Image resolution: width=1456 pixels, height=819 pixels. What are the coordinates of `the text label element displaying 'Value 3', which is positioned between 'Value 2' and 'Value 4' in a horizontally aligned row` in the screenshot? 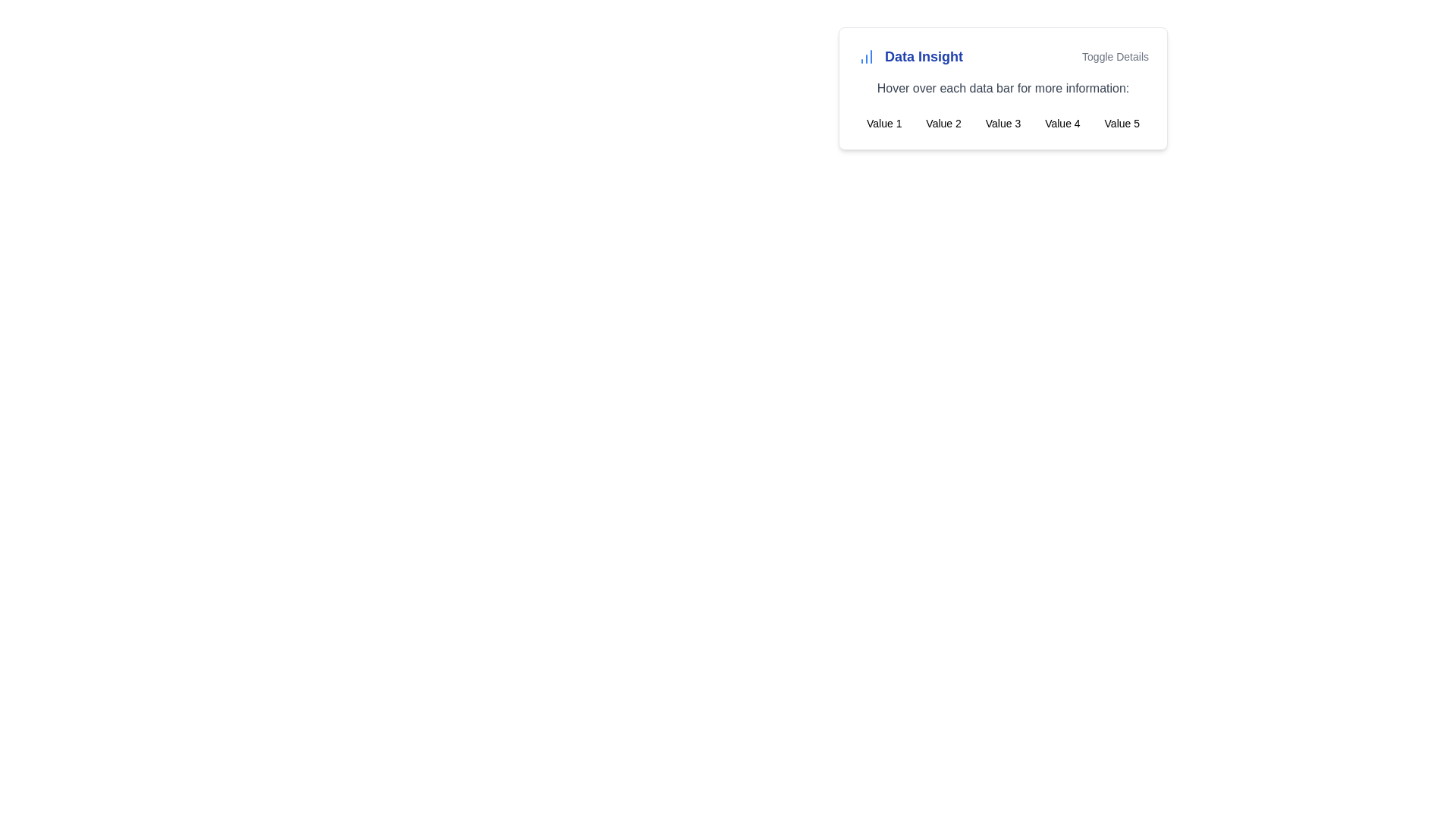 It's located at (1003, 119).